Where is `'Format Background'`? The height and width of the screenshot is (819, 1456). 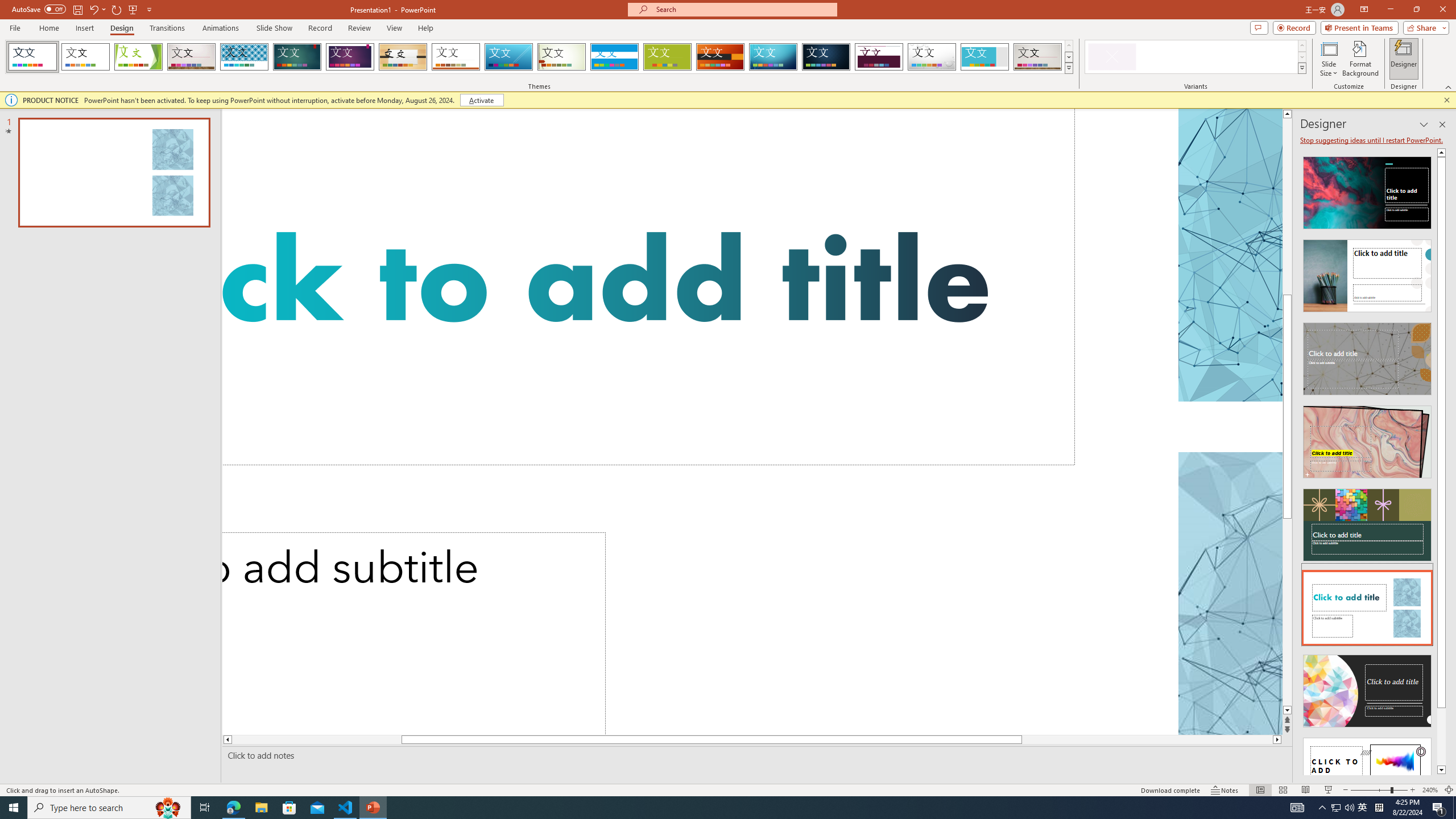
'Format Background' is located at coordinates (1360, 59).